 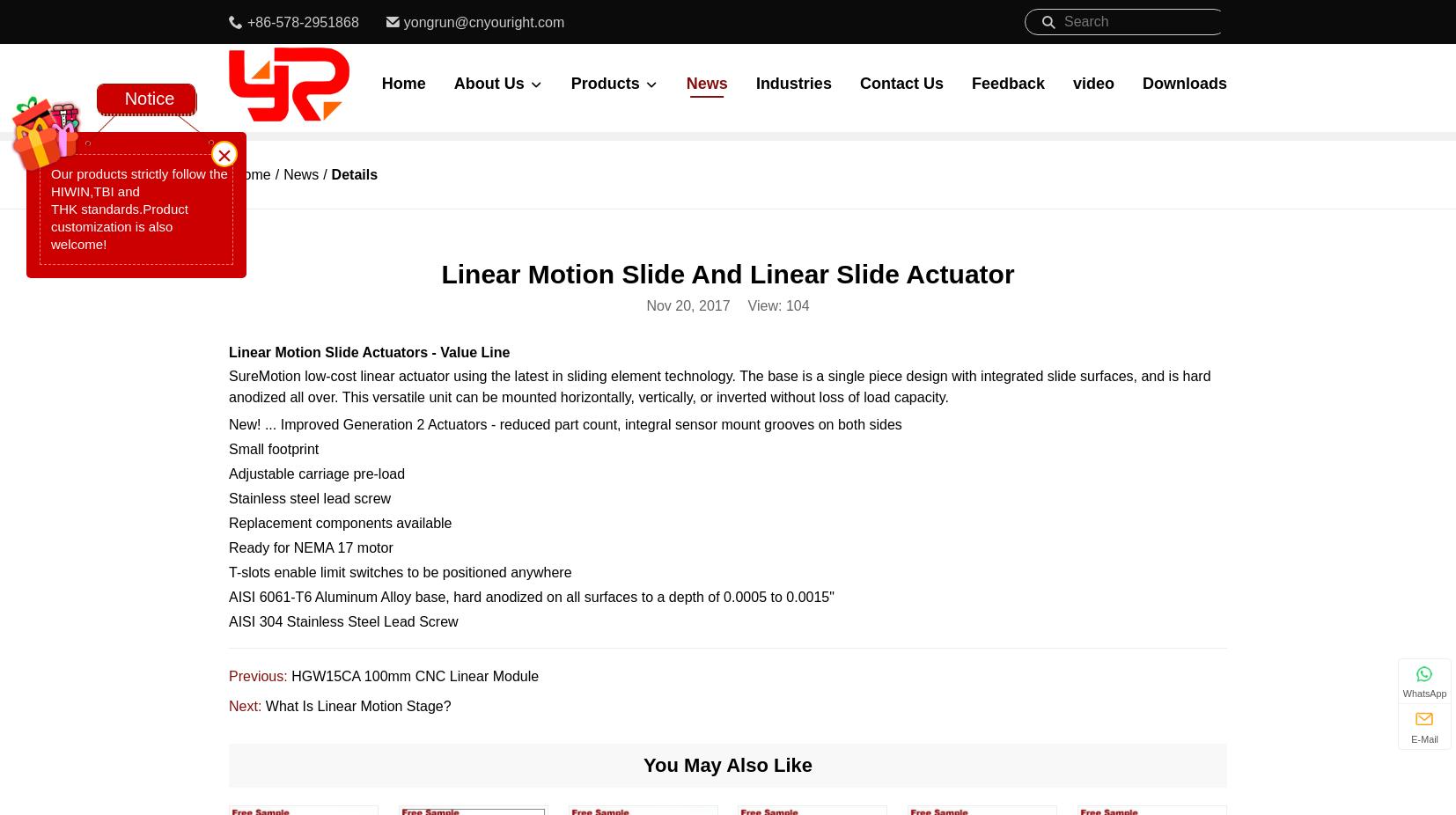 What do you see at coordinates (137, 209) in the screenshot?
I see `'Our products strictly follow the HIWIN,TBI and THK standards.Product customization is also welcome!'` at bounding box center [137, 209].